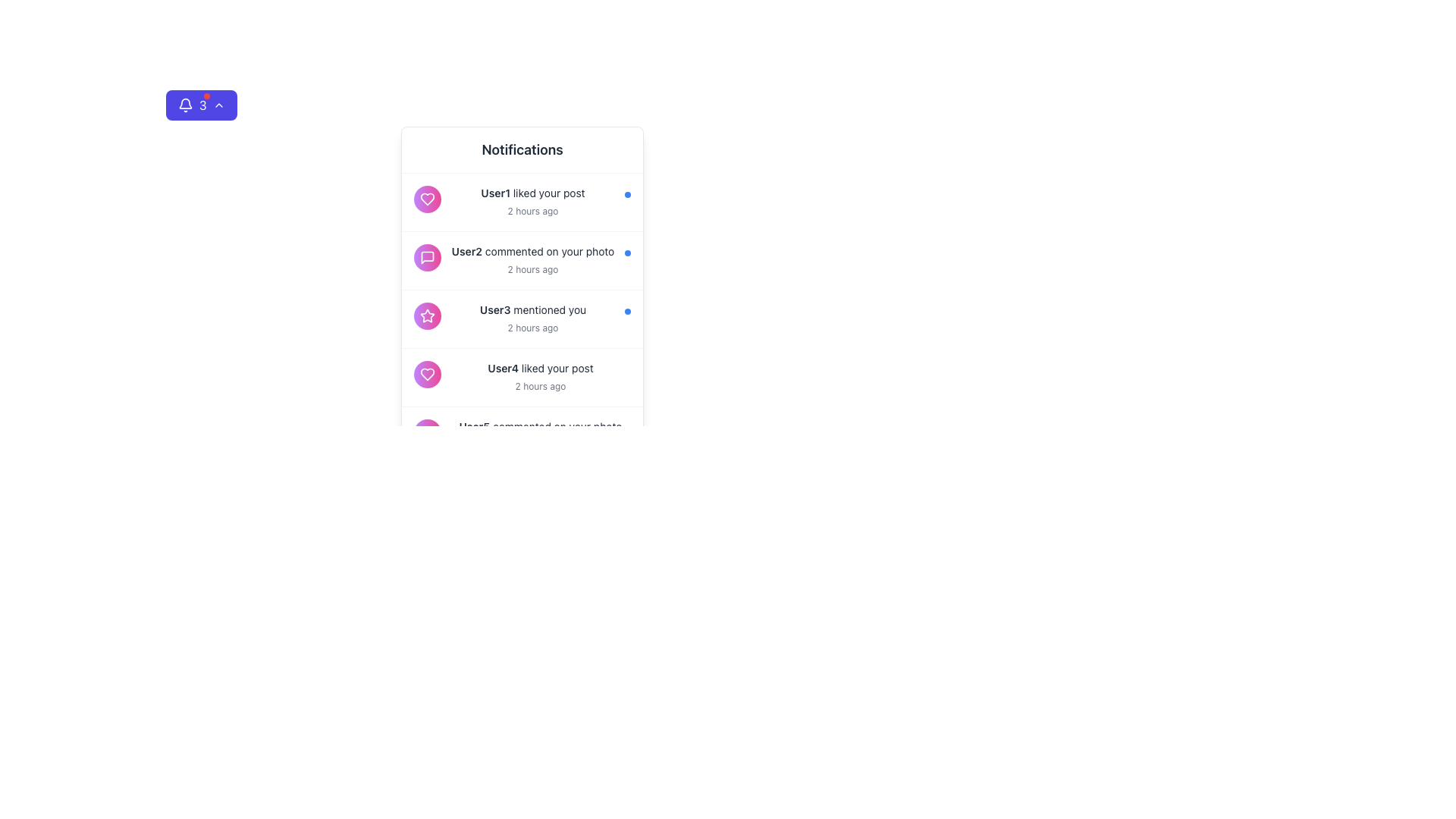 The height and width of the screenshot is (819, 1456). I want to click on the text label displaying the count of unread notifications within the purple notification button, which is located near the bell icon and to the left of the downward arrow icon, so click(202, 104).